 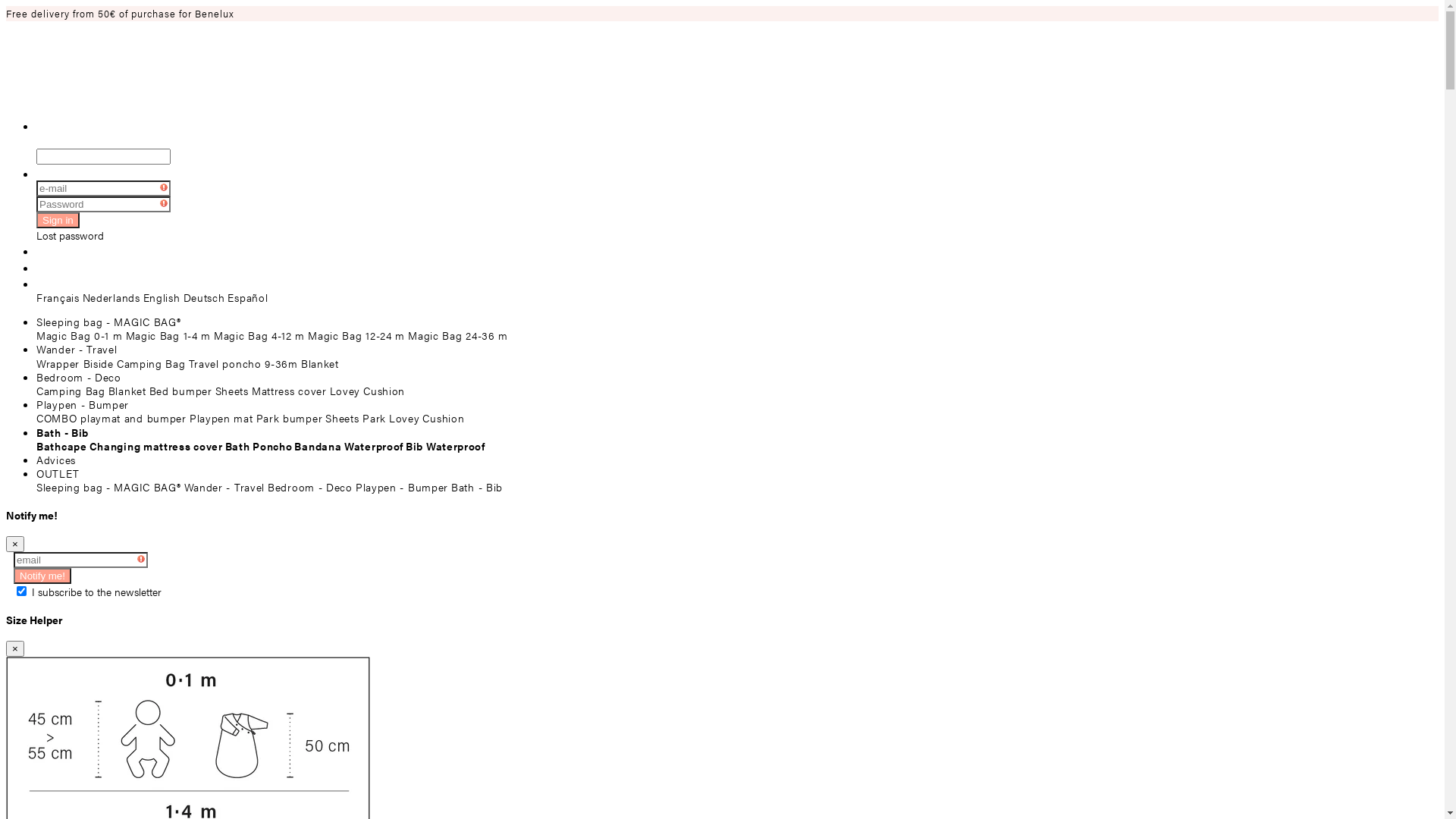 What do you see at coordinates (36, 362) in the screenshot?
I see `'Wrapper Biside'` at bounding box center [36, 362].